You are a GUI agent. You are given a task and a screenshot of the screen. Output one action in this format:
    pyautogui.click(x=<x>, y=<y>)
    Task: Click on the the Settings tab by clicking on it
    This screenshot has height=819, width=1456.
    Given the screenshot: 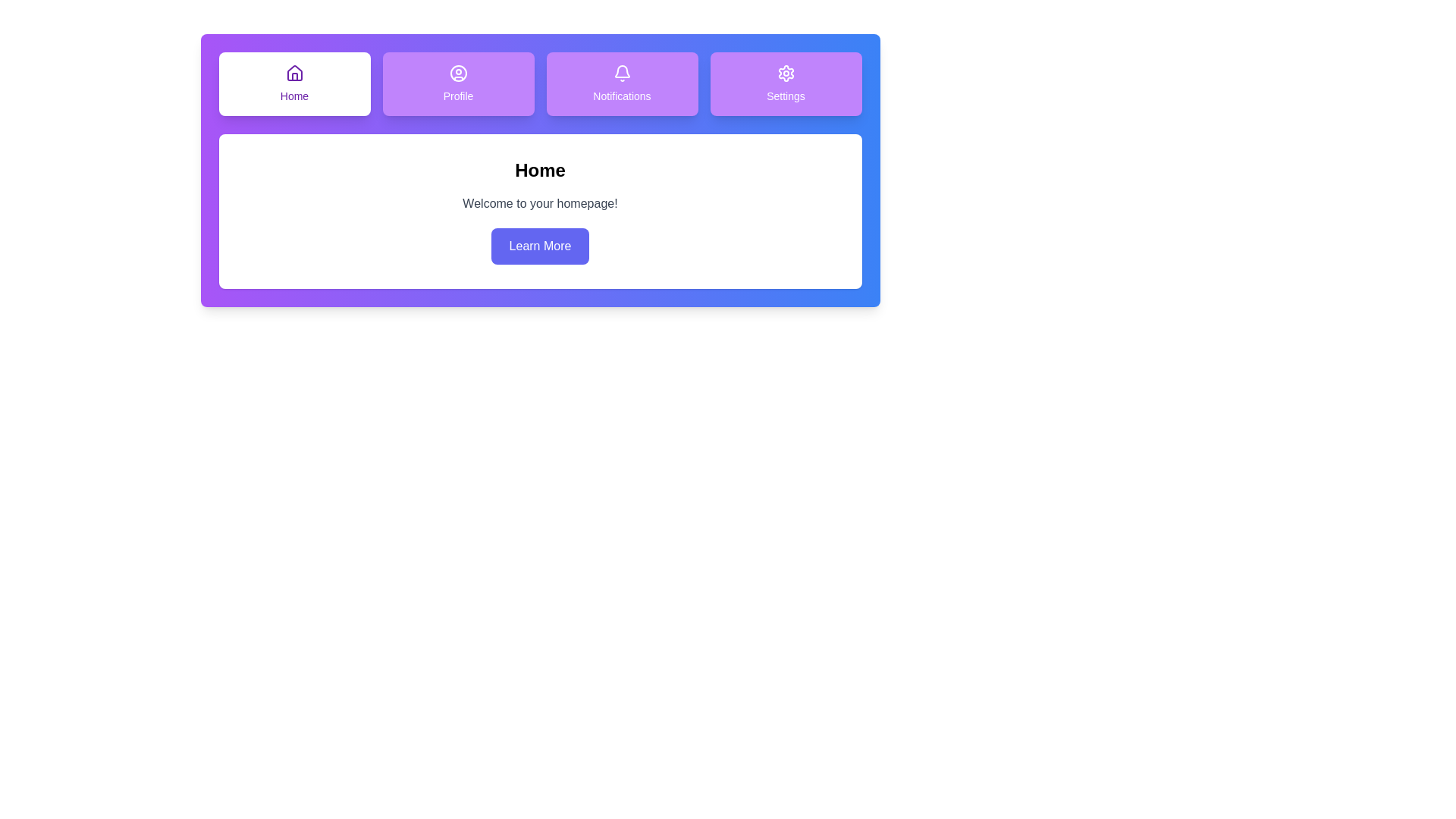 What is the action you would take?
    pyautogui.click(x=786, y=84)
    